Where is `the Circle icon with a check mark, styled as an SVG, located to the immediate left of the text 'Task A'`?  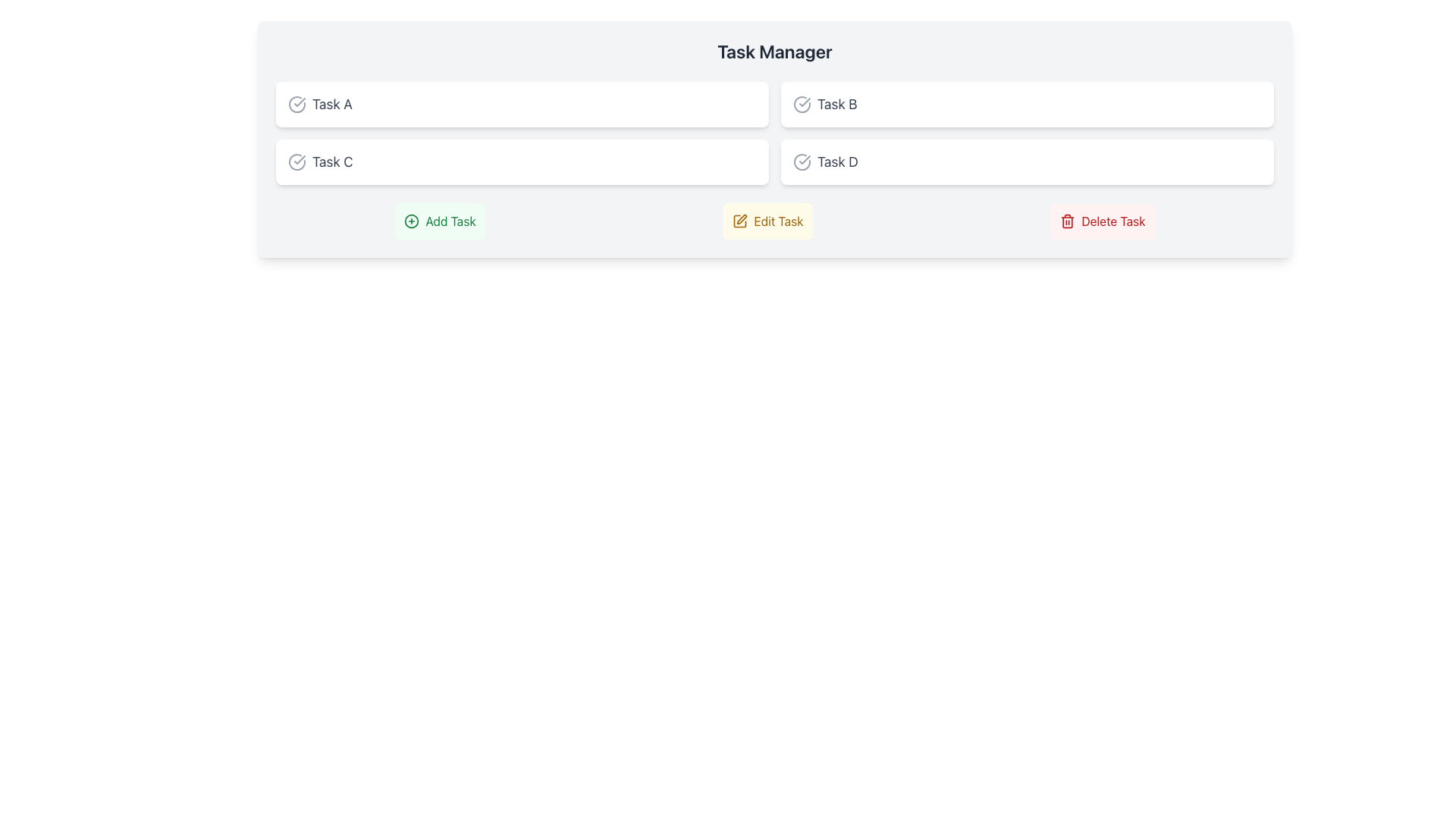
the Circle icon with a check mark, styled as an SVG, located to the immediate left of the text 'Task A' is located at coordinates (297, 104).